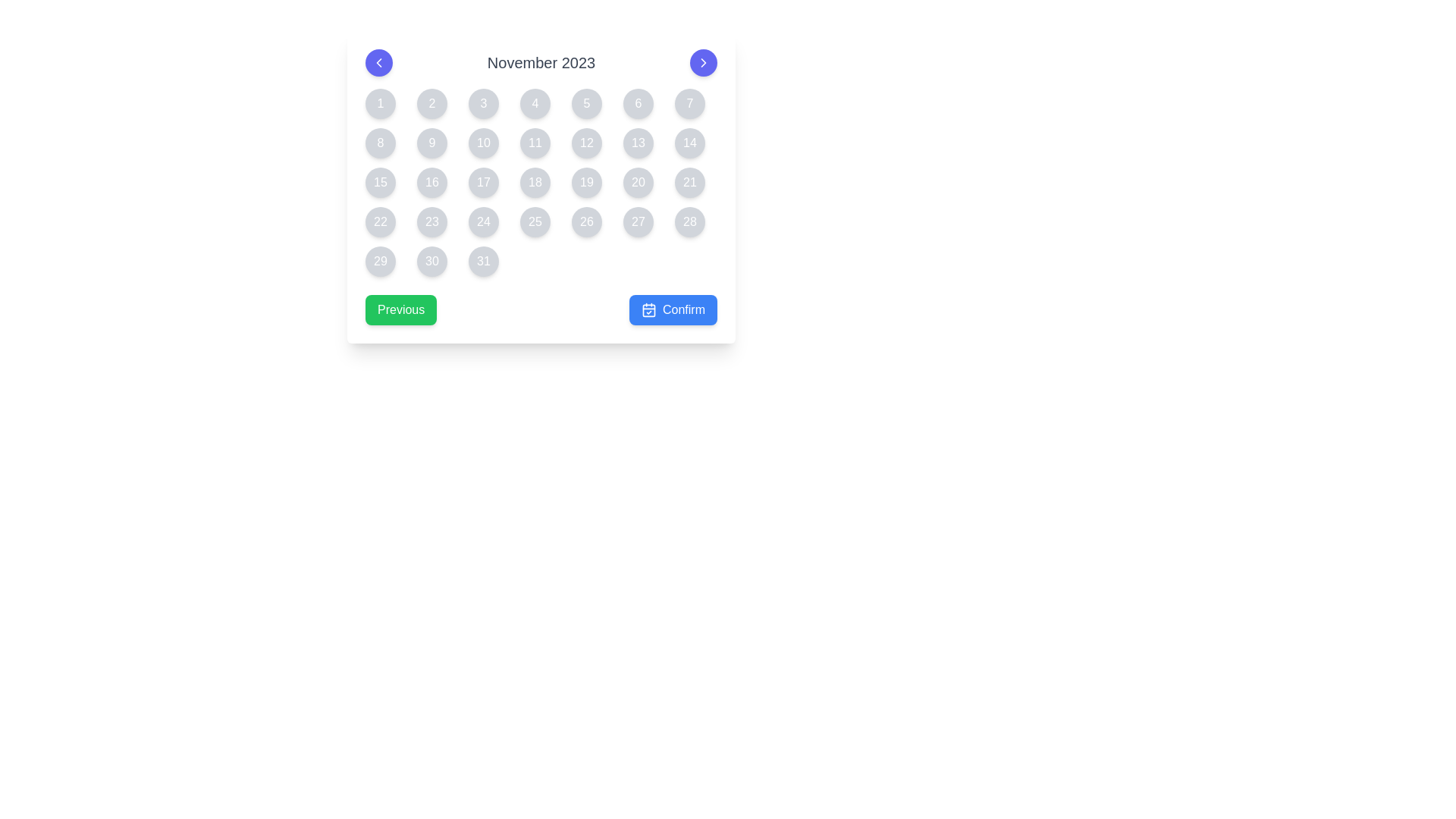 This screenshot has height=819, width=1456. Describe the element at coordinates (585, 103) in the screenshot. I see `the selectable day button located in the top row, fifth column of the calendar interface` at that location.